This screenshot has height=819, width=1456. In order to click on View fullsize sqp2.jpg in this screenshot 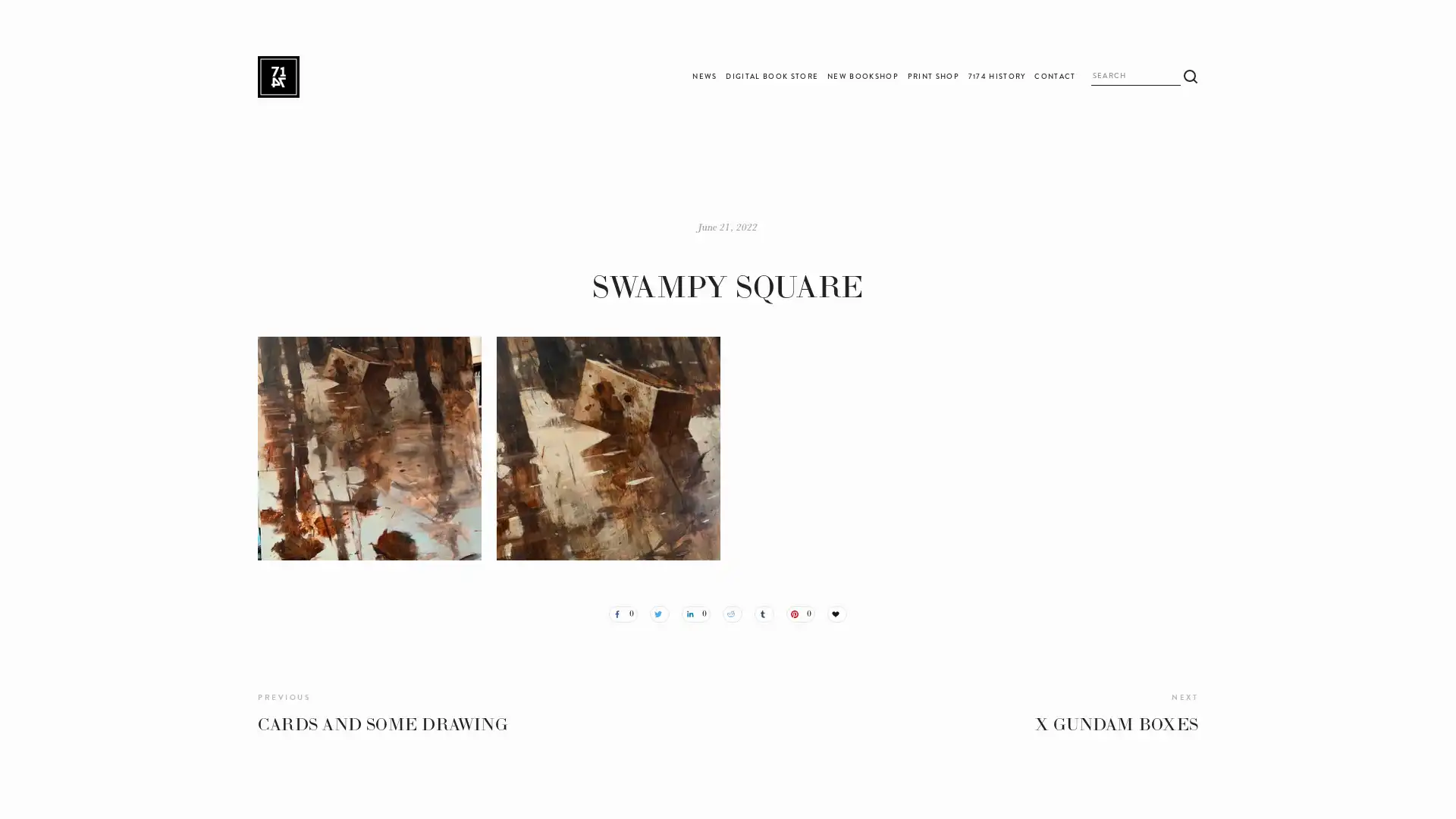, I will do `click(369, 447)`.